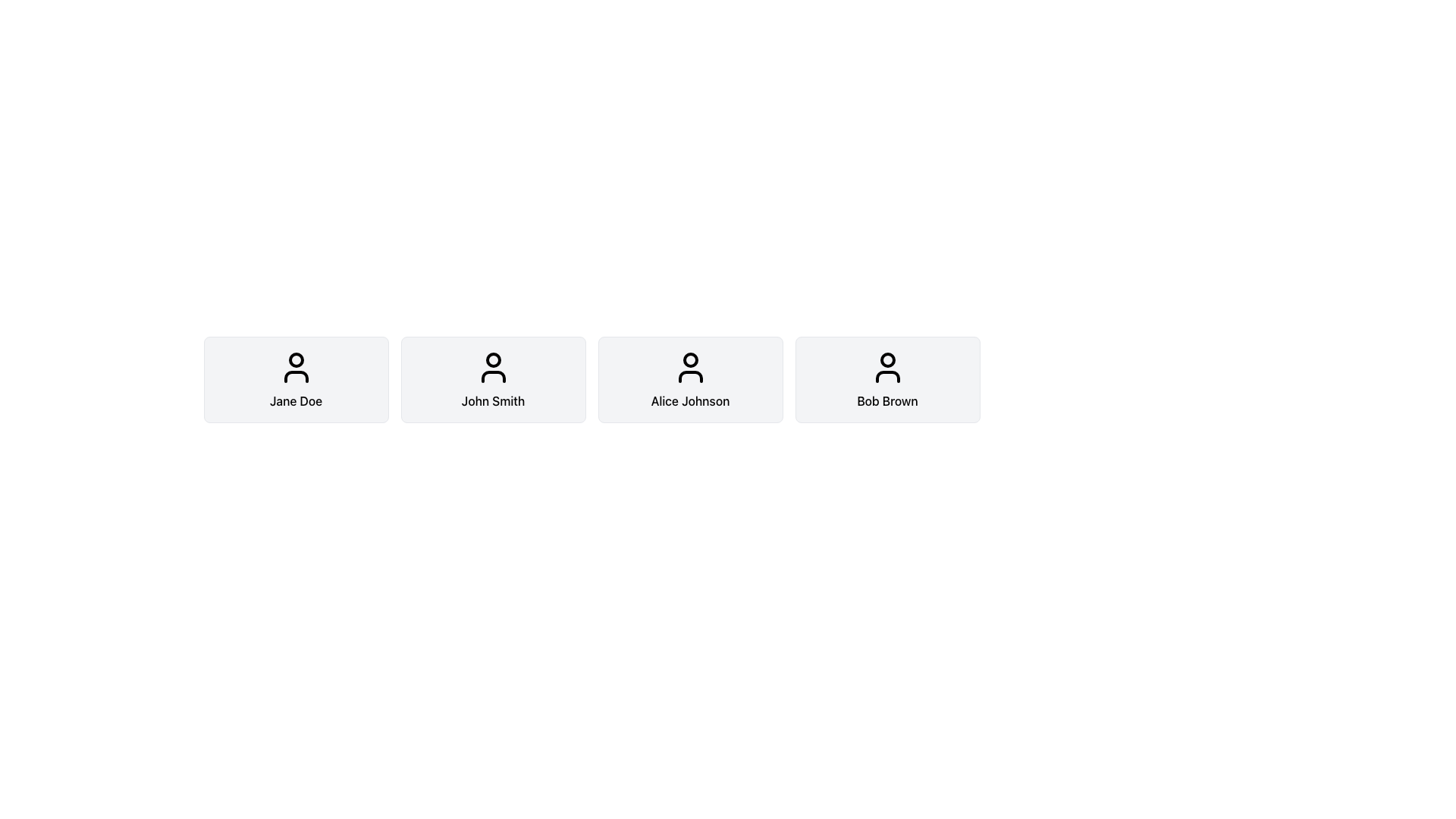 The image size is (1456, 819). Describe the element at coordinates (887, 379) in the screenshot. I see `the Profile Card for user 'Bob Brown', which is the fourth card from the left in a horizontal list of similar elements` at that location.